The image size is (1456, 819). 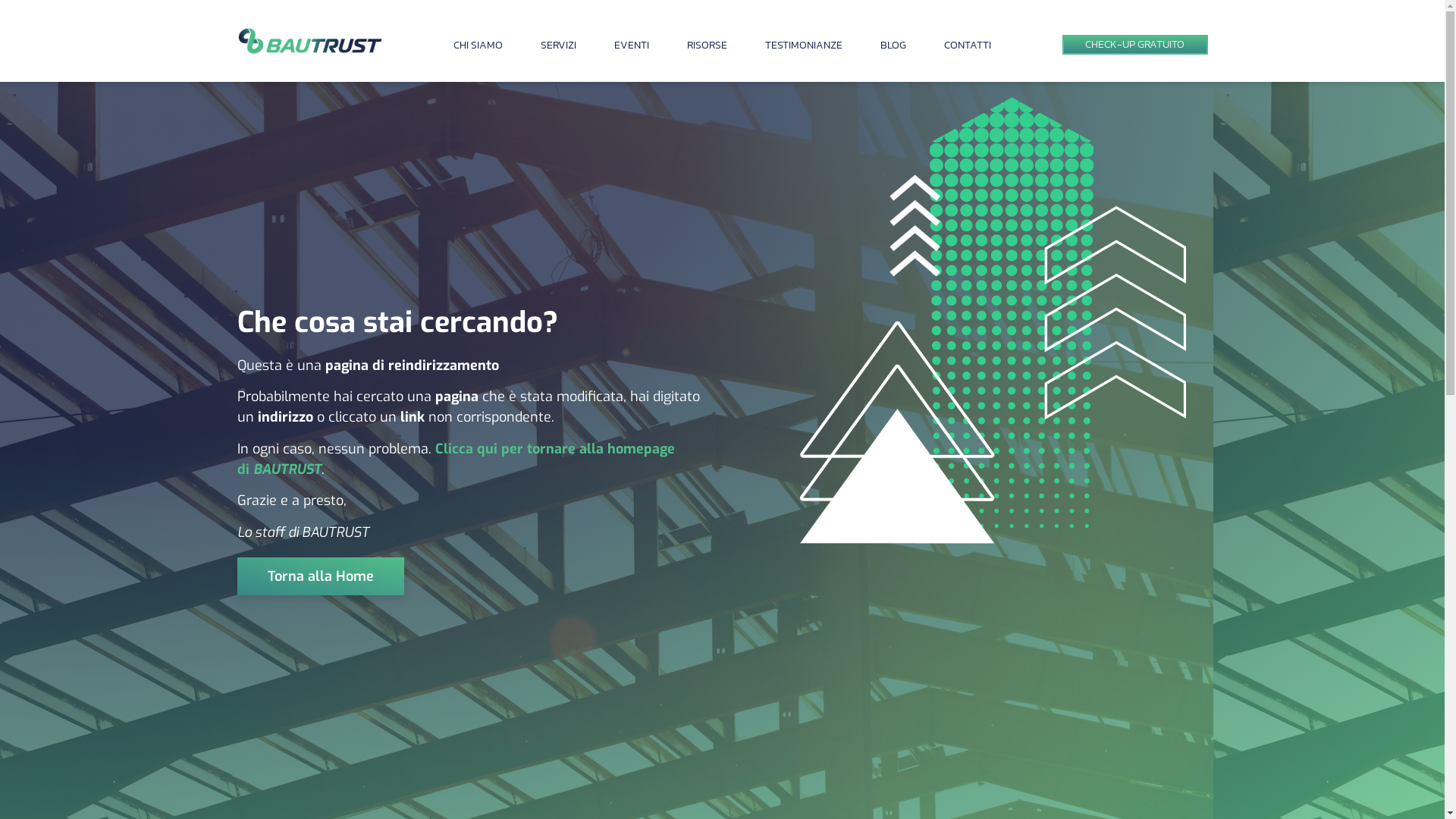 What do you see at coordinates (803, 45) in the screenshot?
I see `'TESTIMONIANZE'` at bounding box center [803, 45].